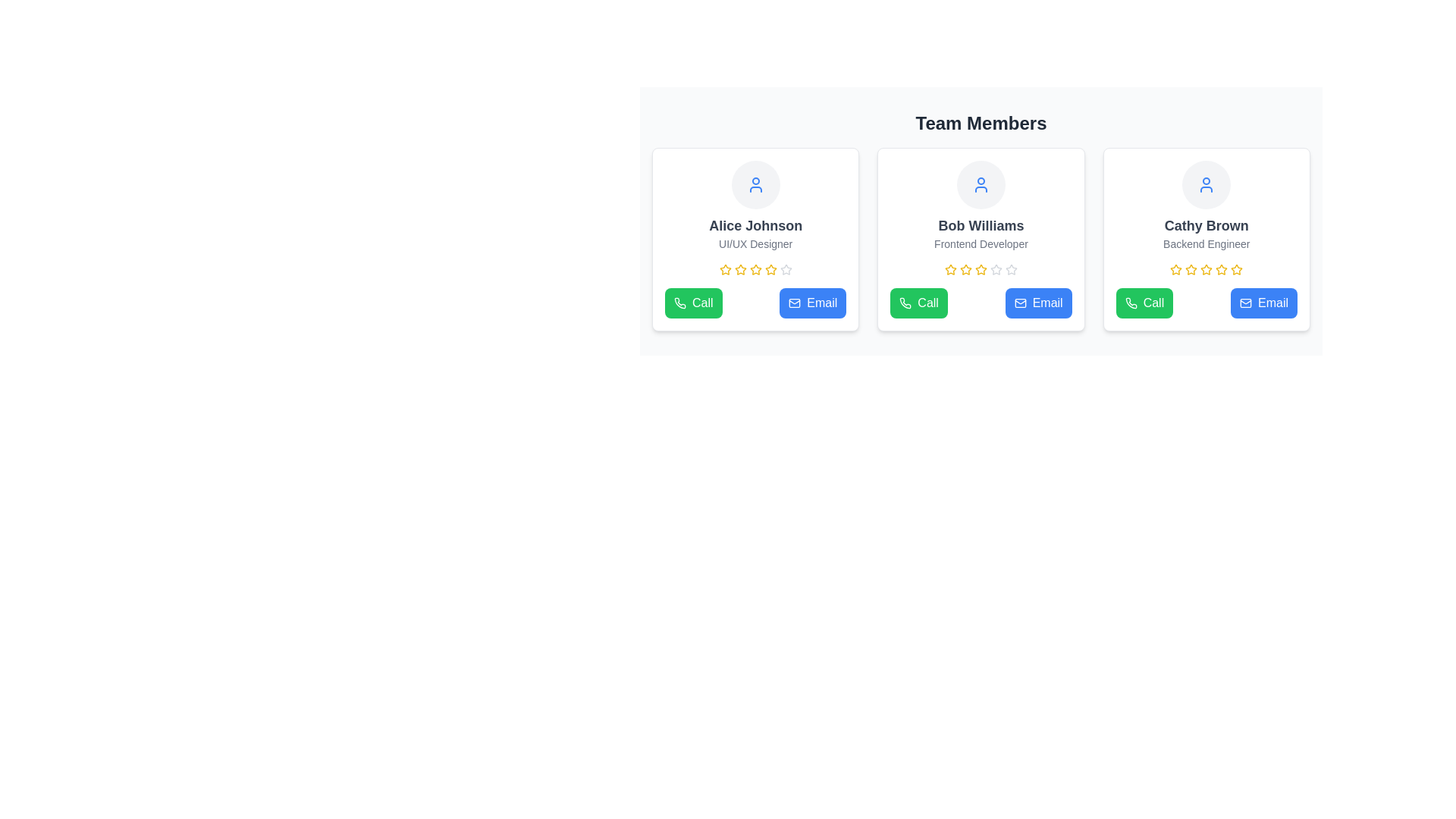 The height and width of the screenshot is (819, 1456). I want to click on the second star rating icon in the profile card of Cathy Brown under the Team Members section to rate it, so click(1175, 268).